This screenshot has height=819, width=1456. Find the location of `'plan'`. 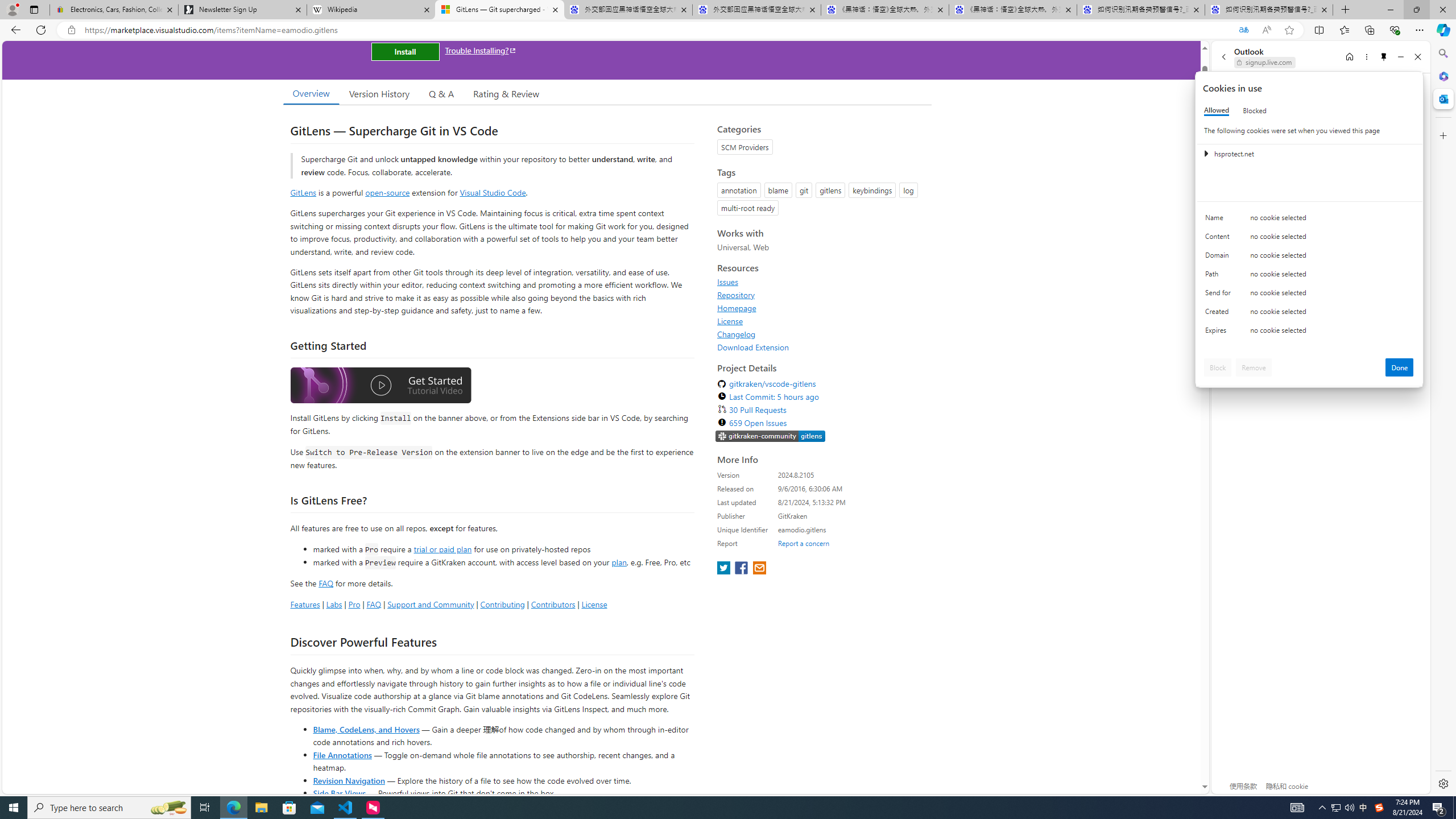

'plan' is located at coordinates (619, 562).